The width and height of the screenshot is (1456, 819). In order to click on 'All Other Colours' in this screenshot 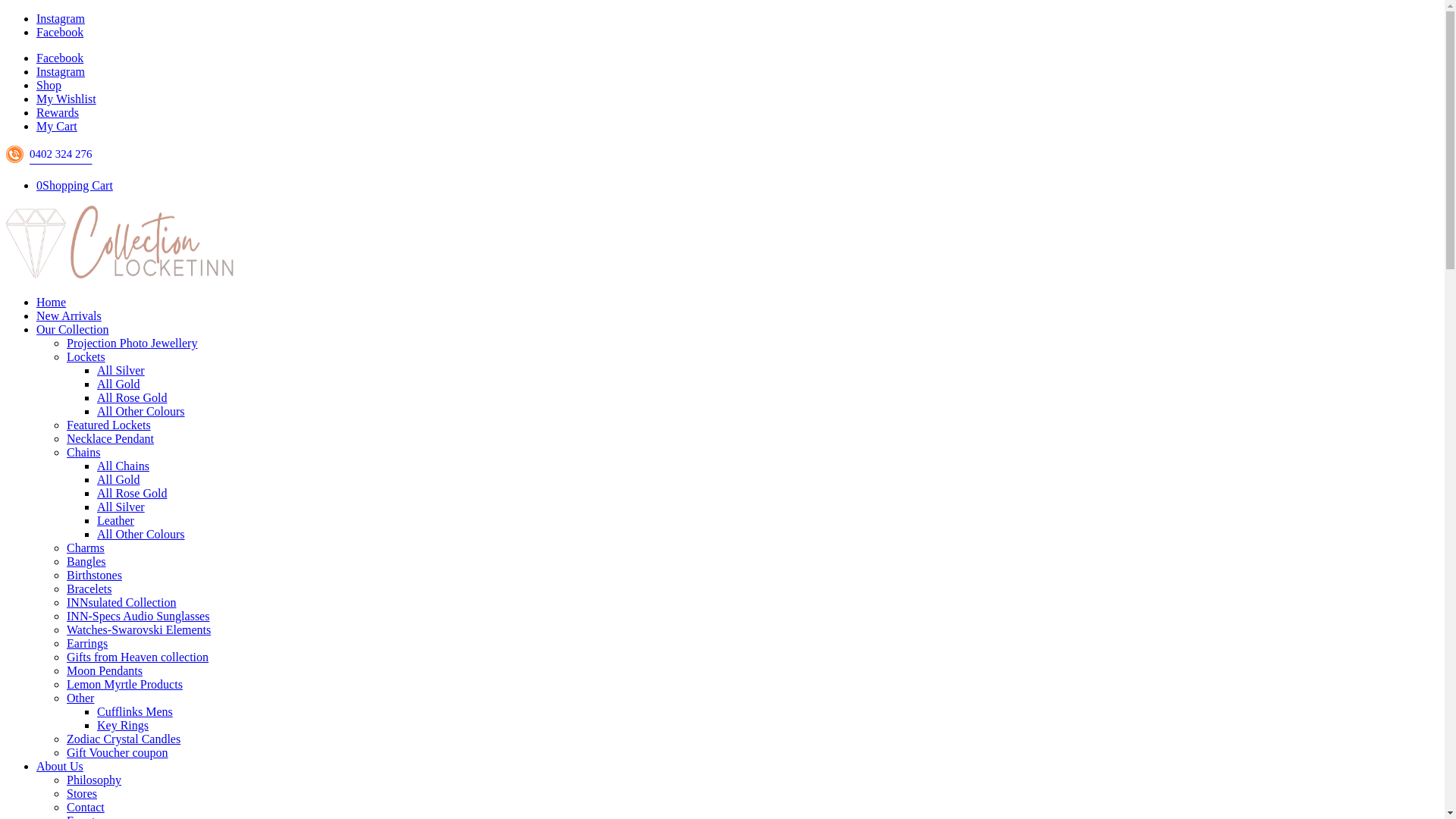, I will do `click(141, 533)`.